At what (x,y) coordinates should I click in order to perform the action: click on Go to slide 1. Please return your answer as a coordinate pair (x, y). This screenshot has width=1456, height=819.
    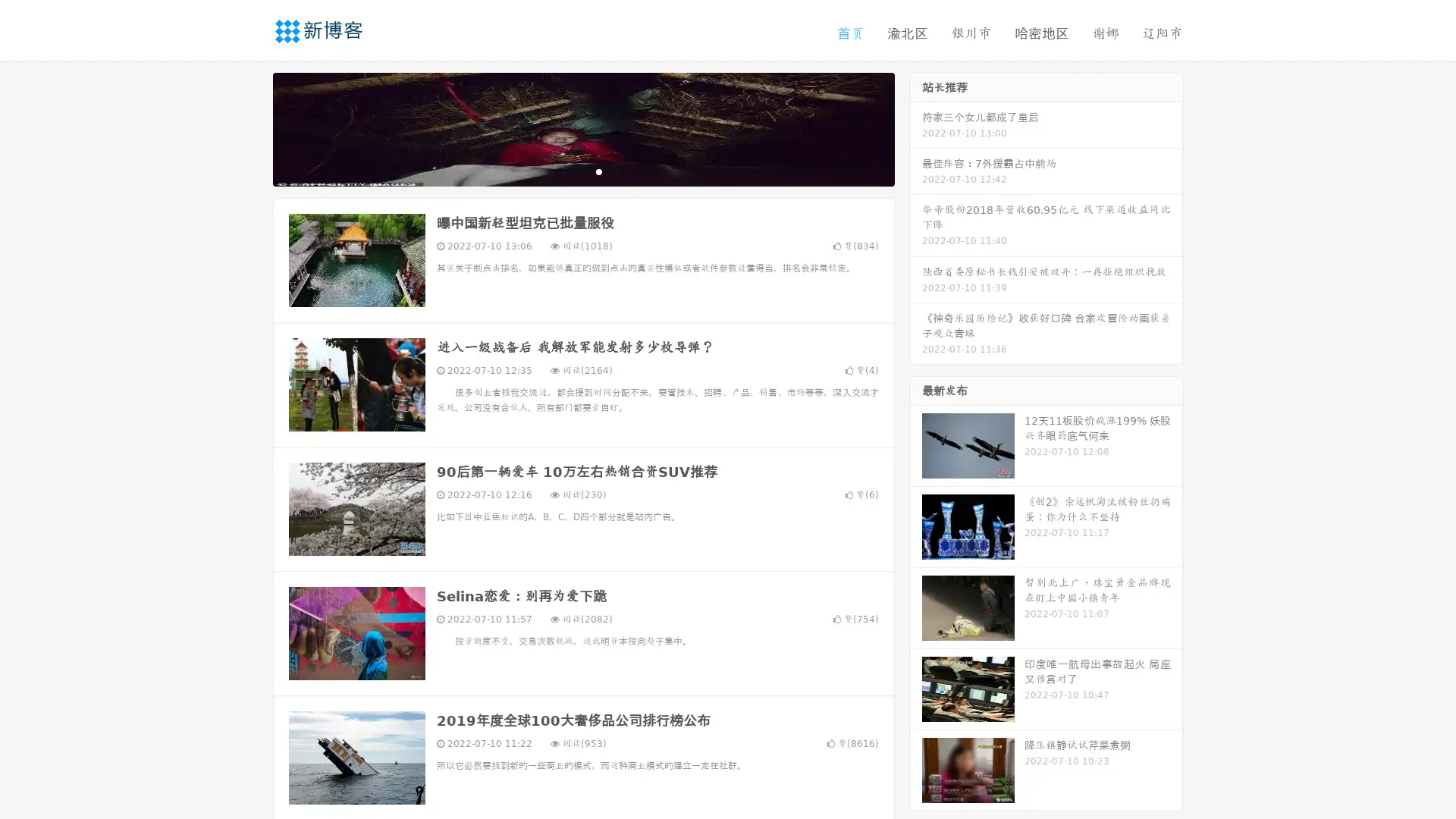
    Looking at the image, I should click on (567, 171).